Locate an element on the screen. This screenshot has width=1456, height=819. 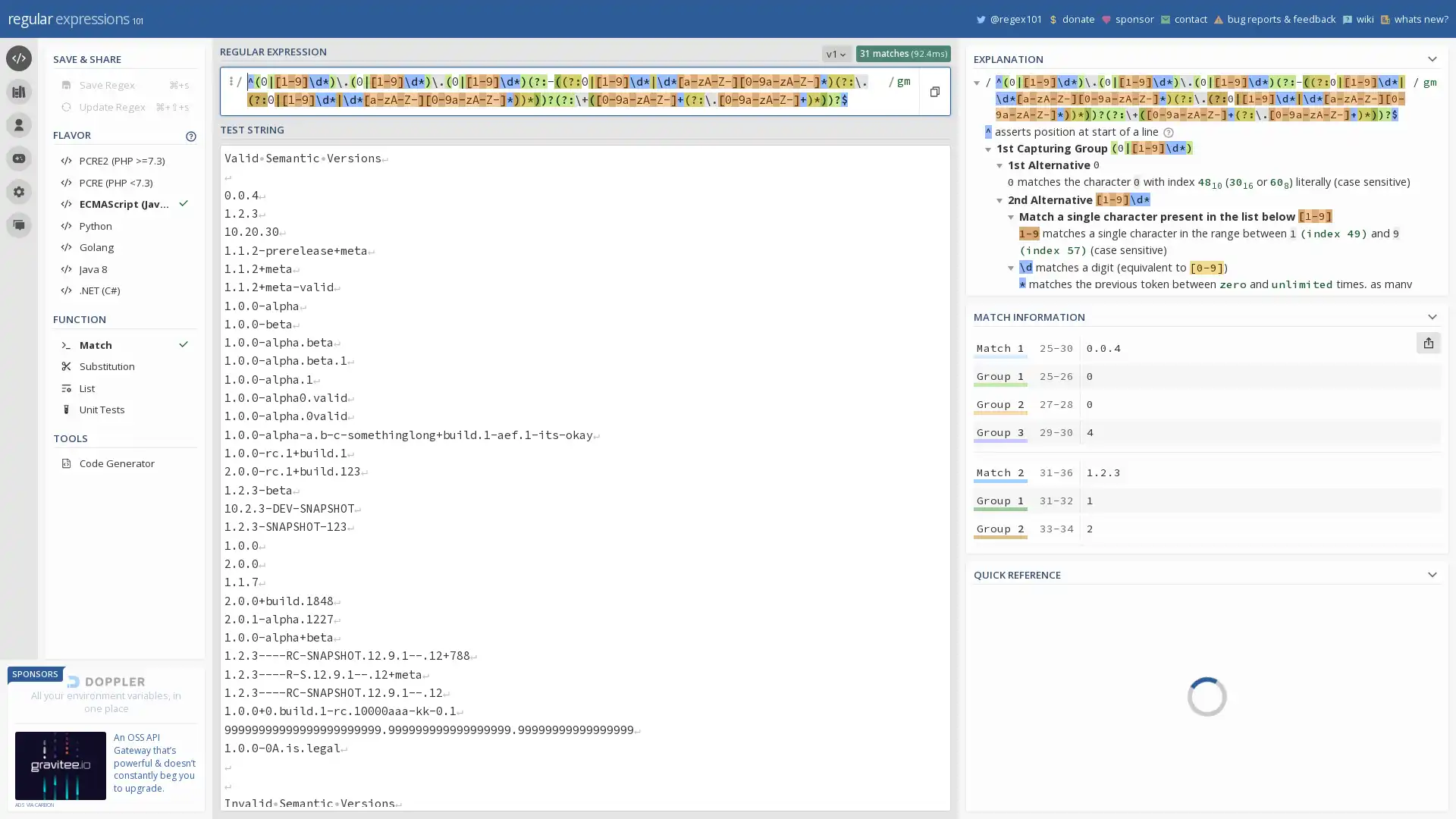
Substitution is located at coordinates (124, 366).